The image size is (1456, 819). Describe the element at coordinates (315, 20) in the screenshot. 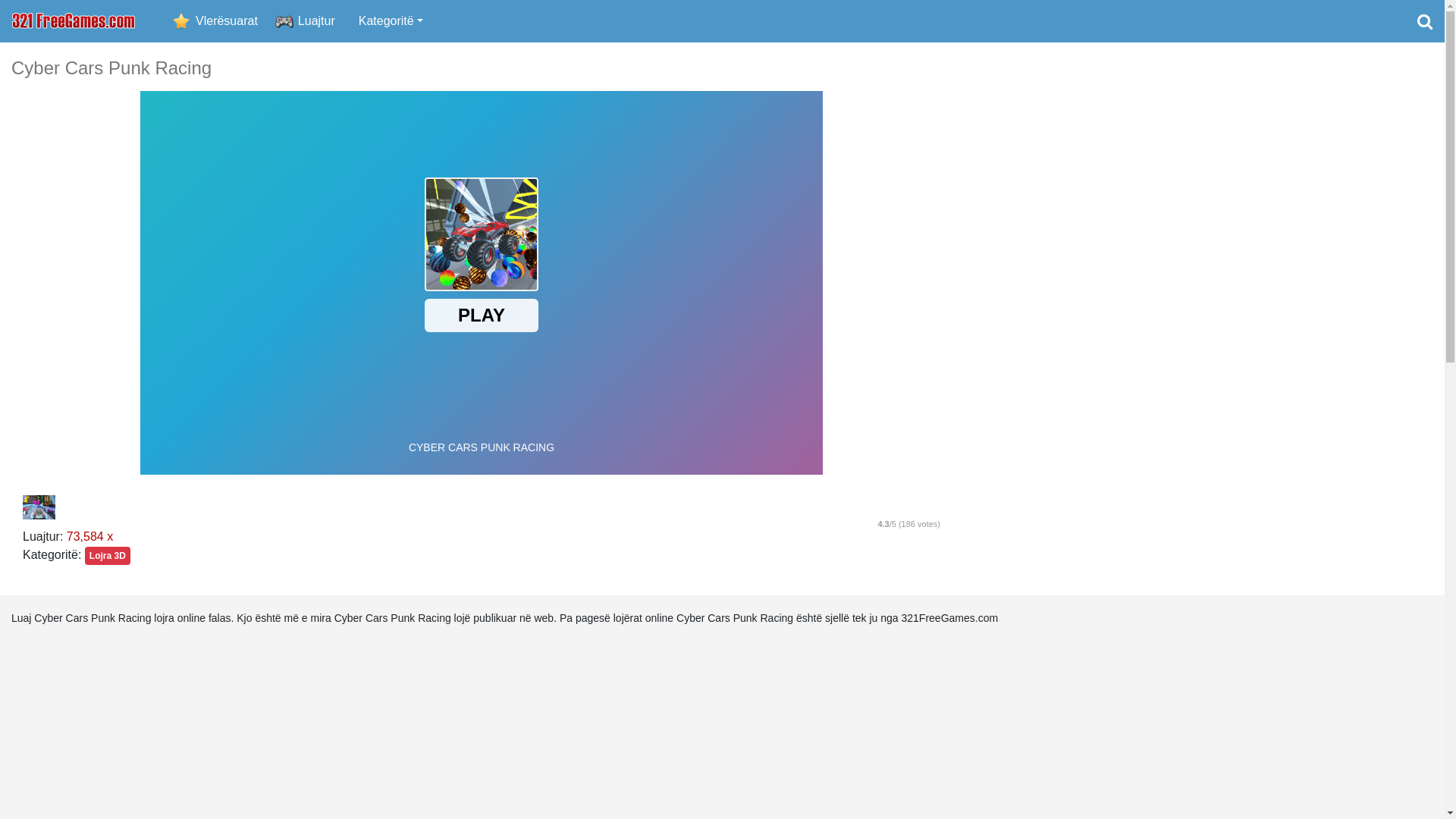

I see `'Luajtur'` at that location.